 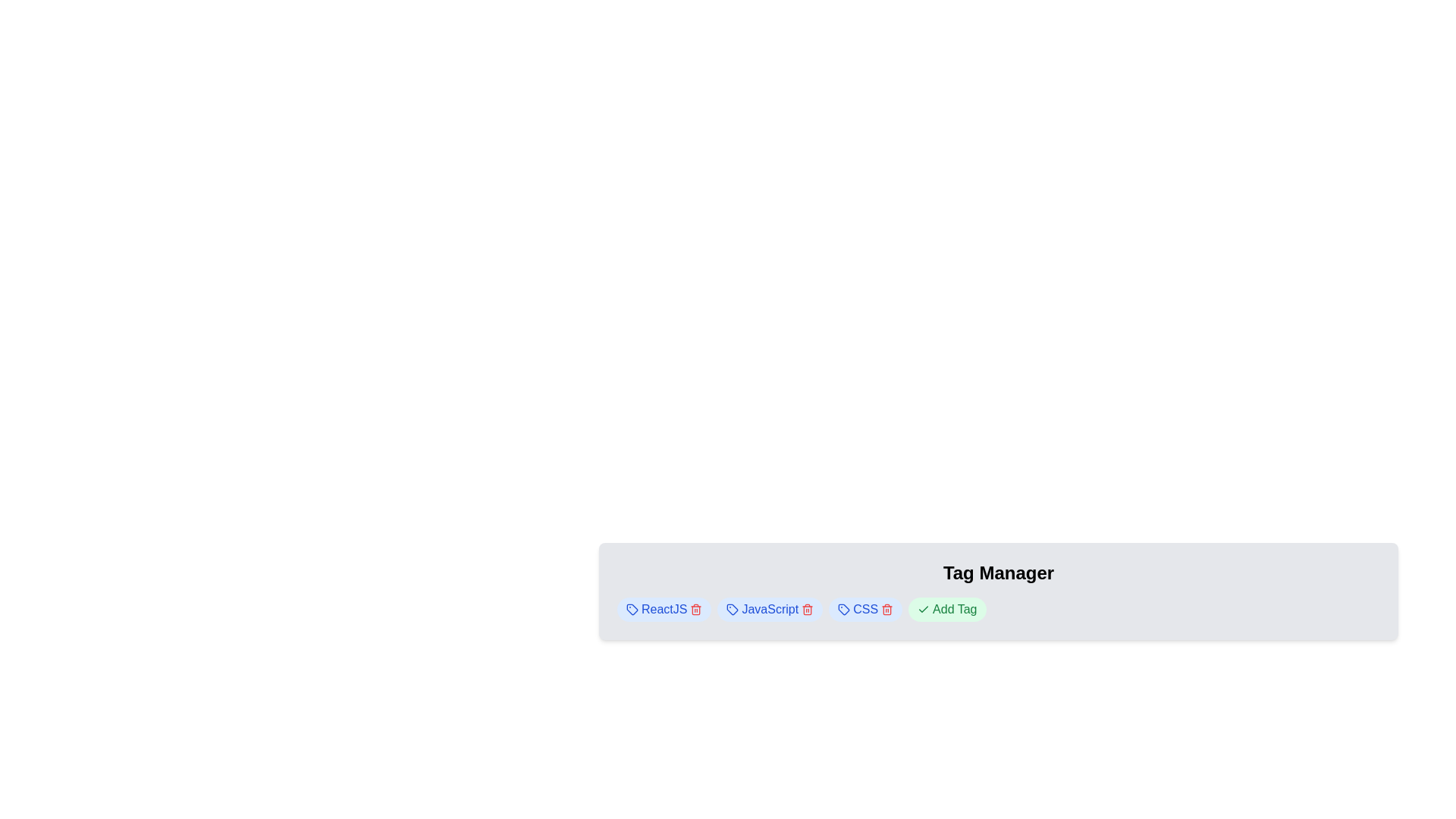 I want to click on the delete icon associated with the 'ReactJS' tag displayed as the first element in the horizontal list of tags, so click(x=664, y=608).